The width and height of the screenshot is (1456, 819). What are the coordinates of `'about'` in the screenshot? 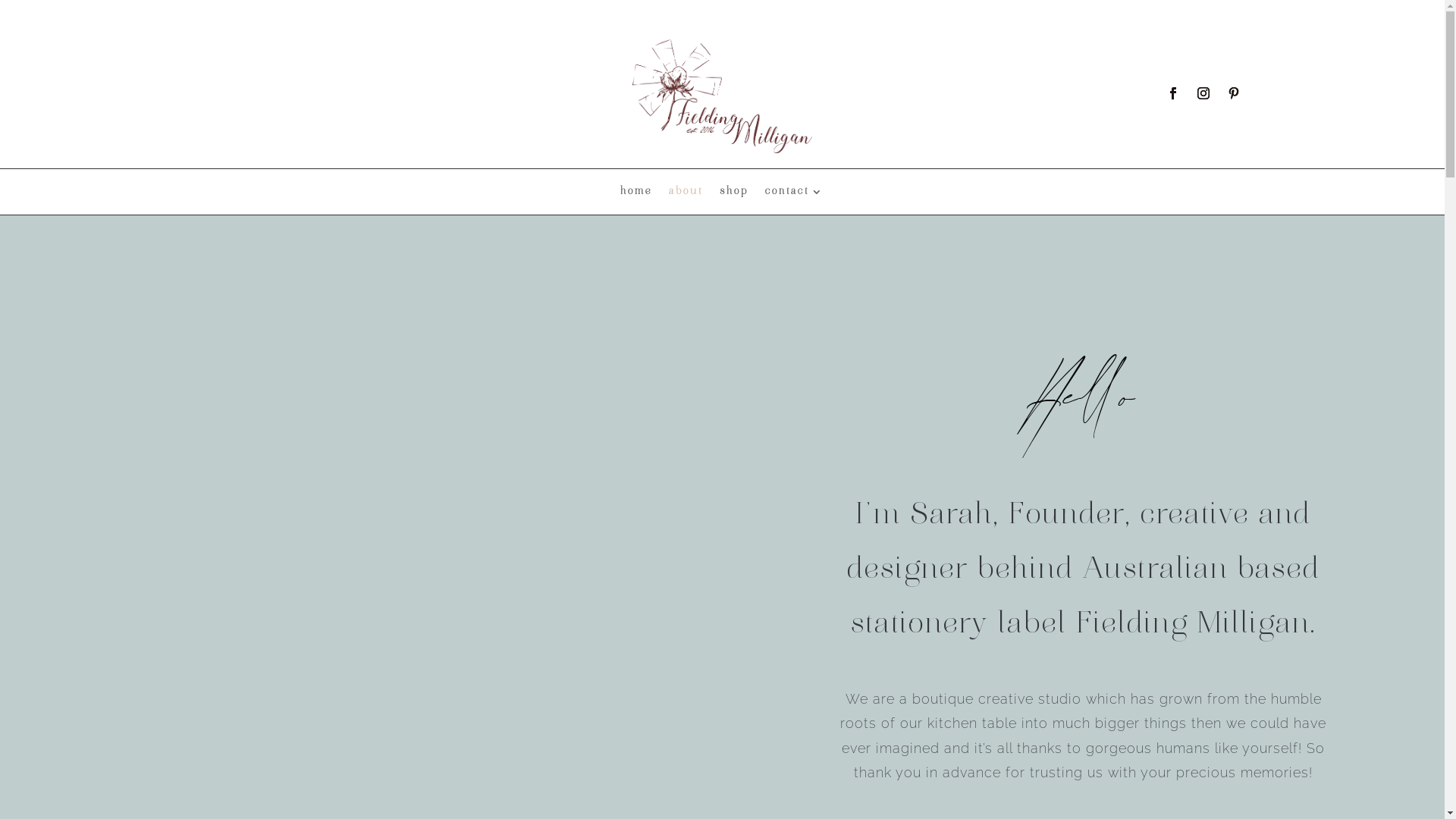 It's located at (685, 194).